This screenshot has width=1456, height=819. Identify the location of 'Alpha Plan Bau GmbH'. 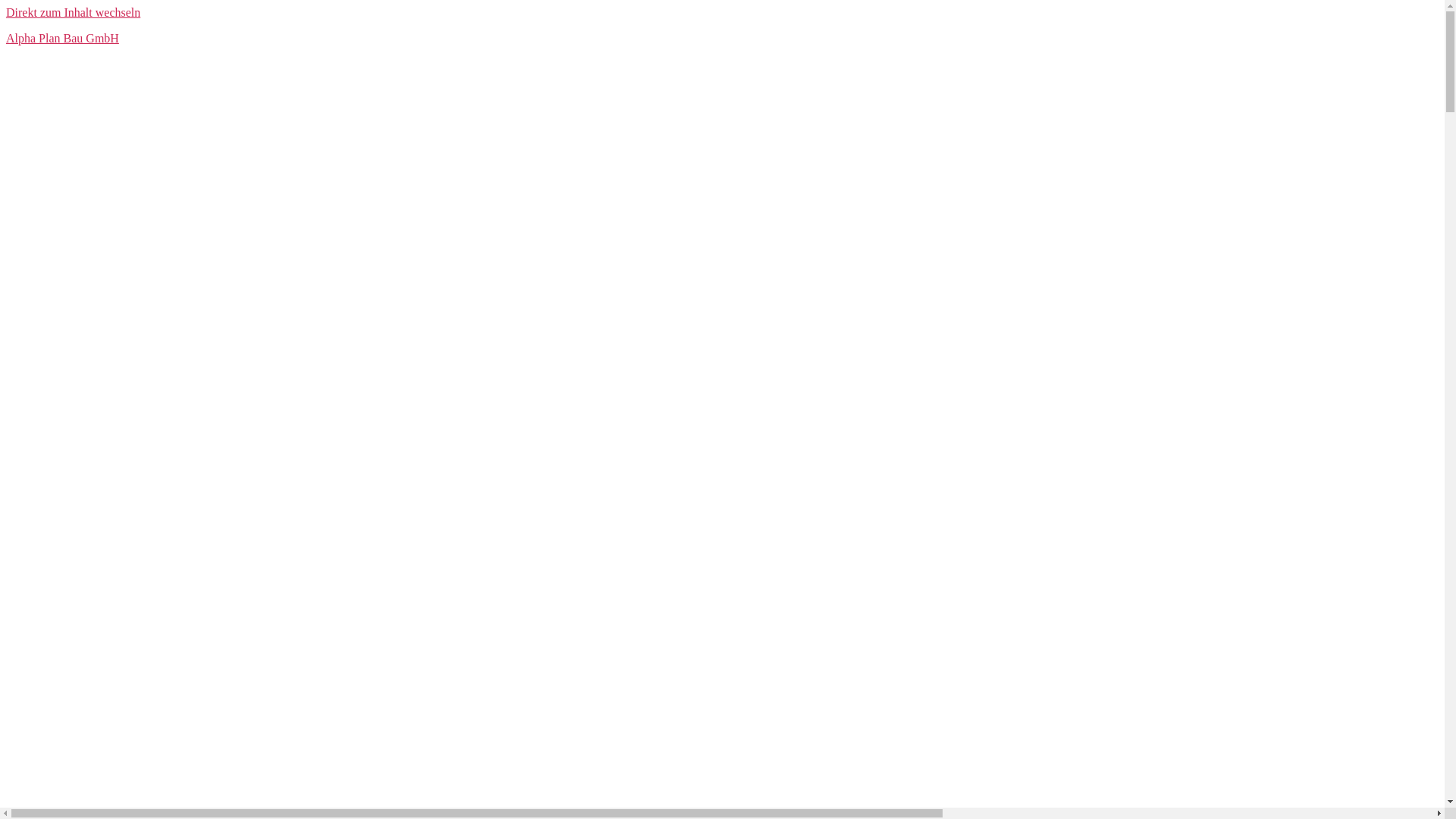
(61, 37).